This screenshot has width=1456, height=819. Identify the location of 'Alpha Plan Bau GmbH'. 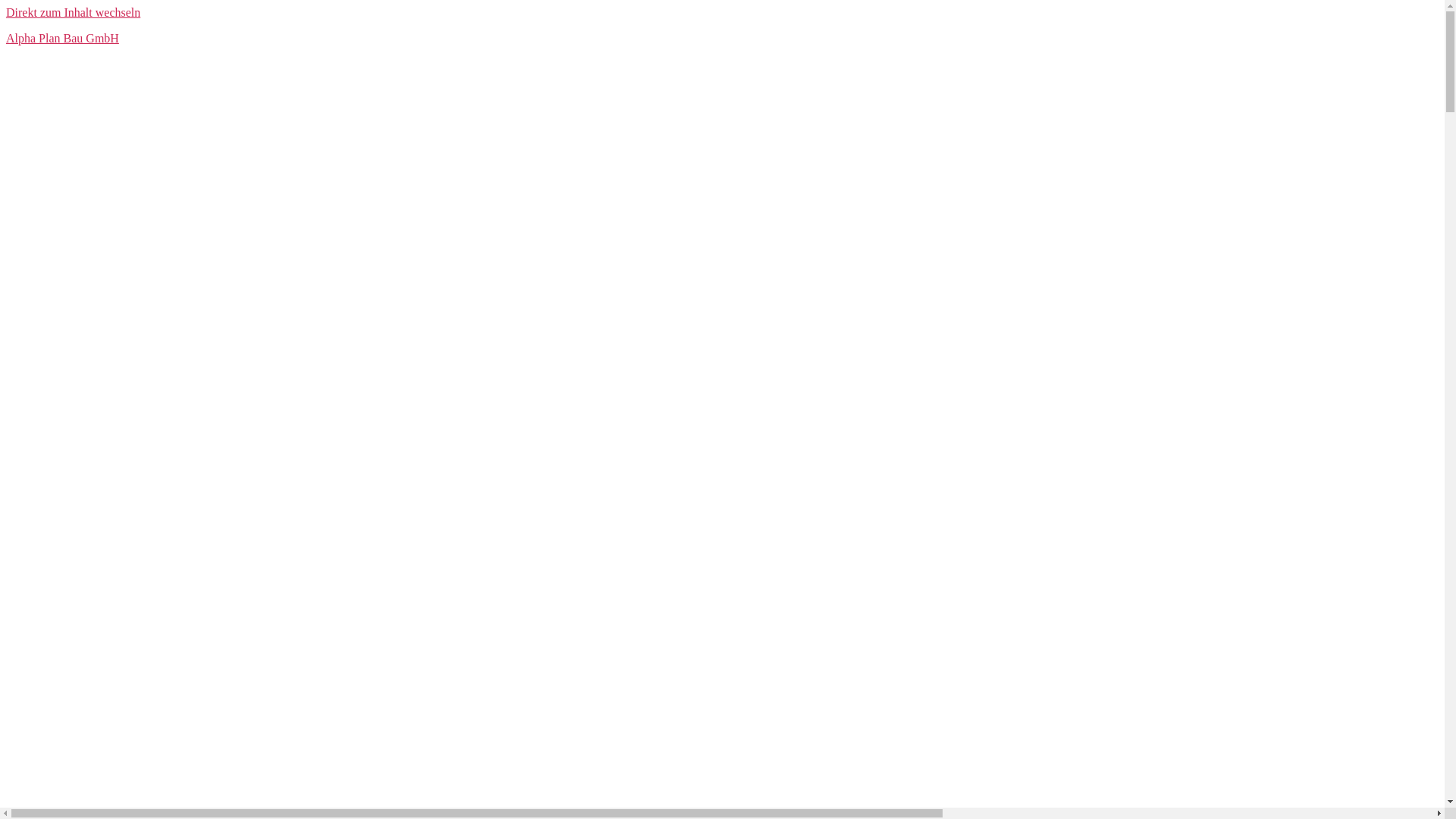
(61, 37).